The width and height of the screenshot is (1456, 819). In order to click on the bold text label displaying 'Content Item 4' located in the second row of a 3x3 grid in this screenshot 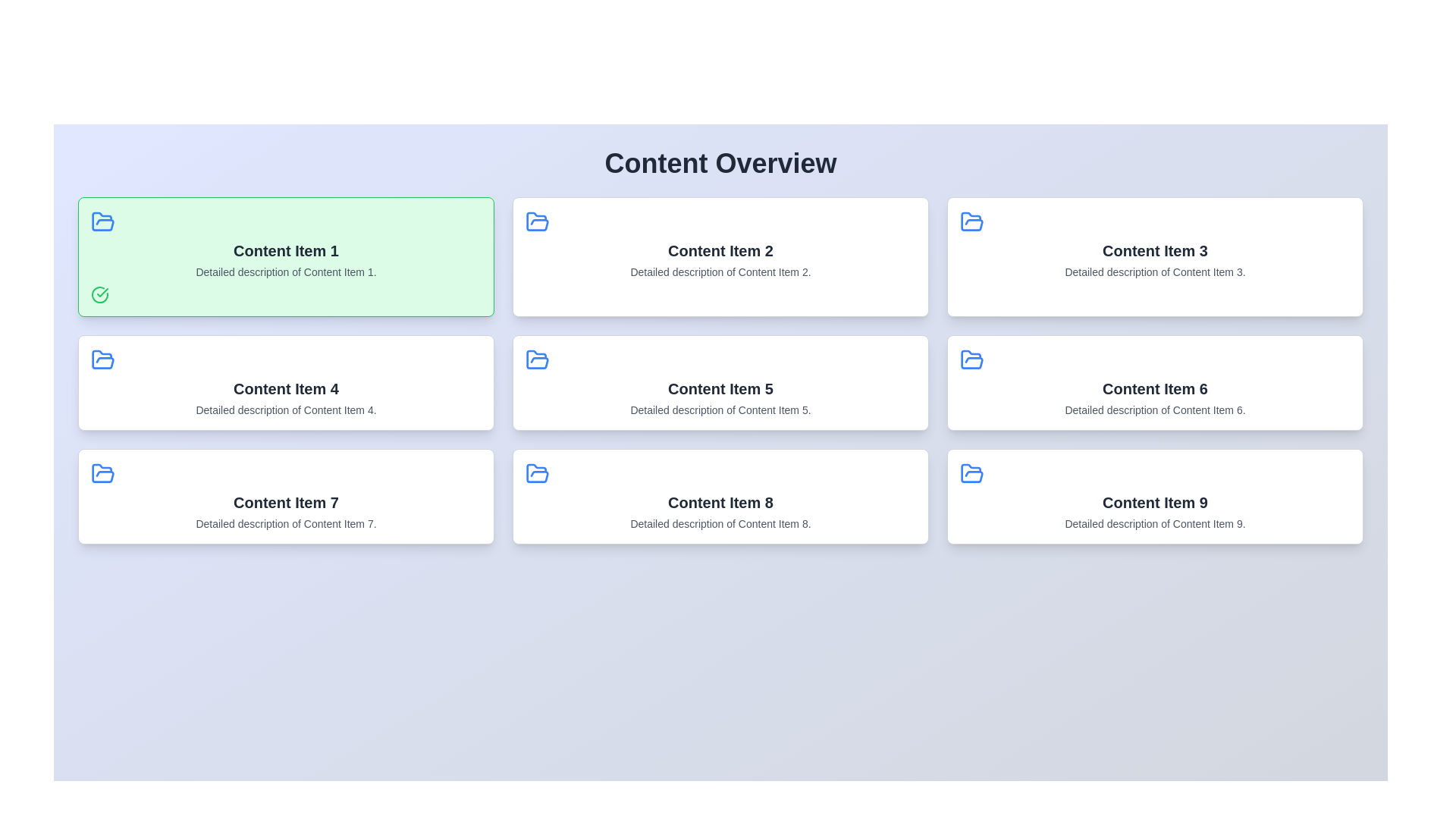, I will do `click(286, 388)`.